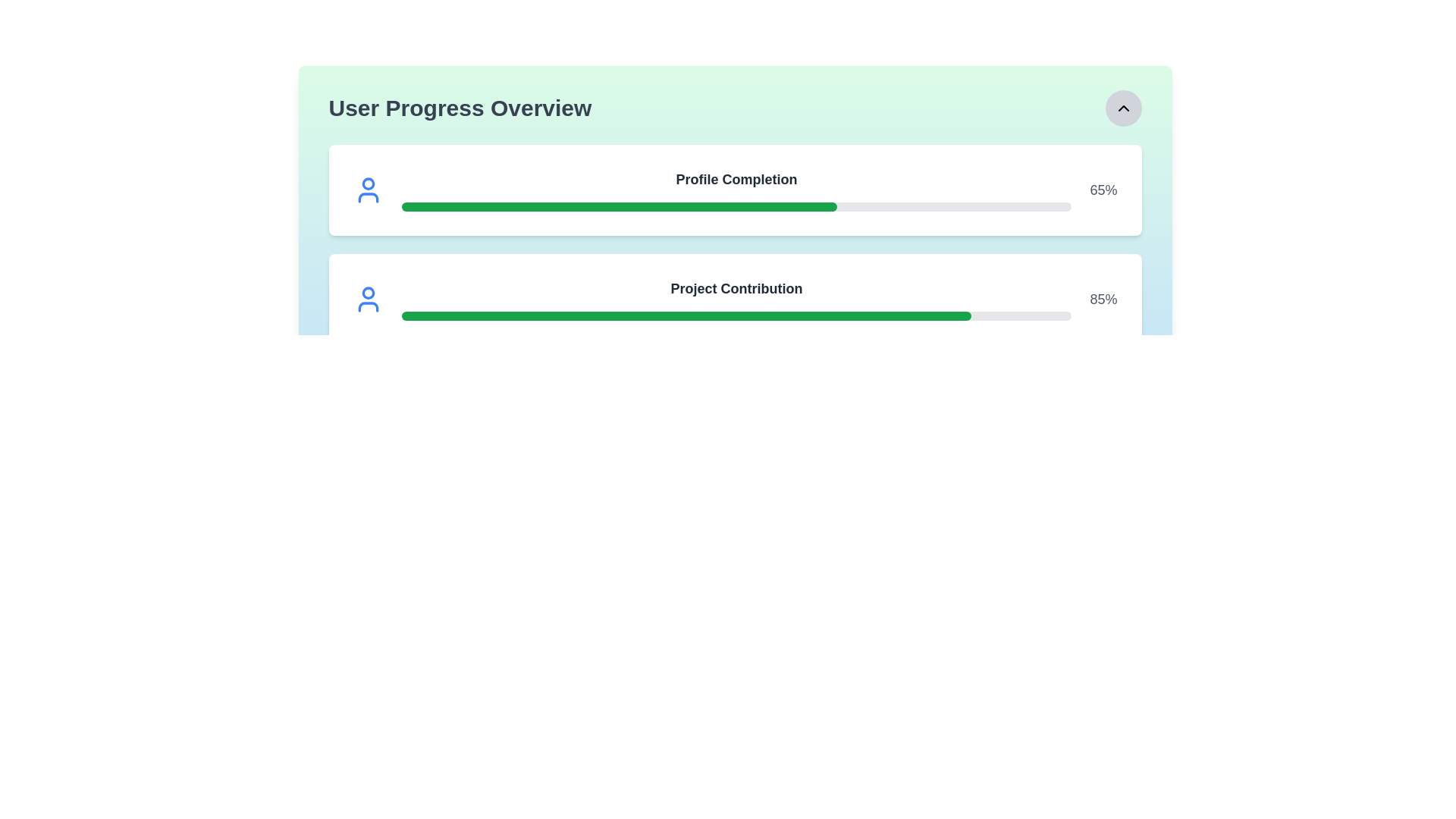  I want to click on the Progress bar that visually represents 85% completion, positioned underneath the 'Project Contribution' heading, so click(686, 315).